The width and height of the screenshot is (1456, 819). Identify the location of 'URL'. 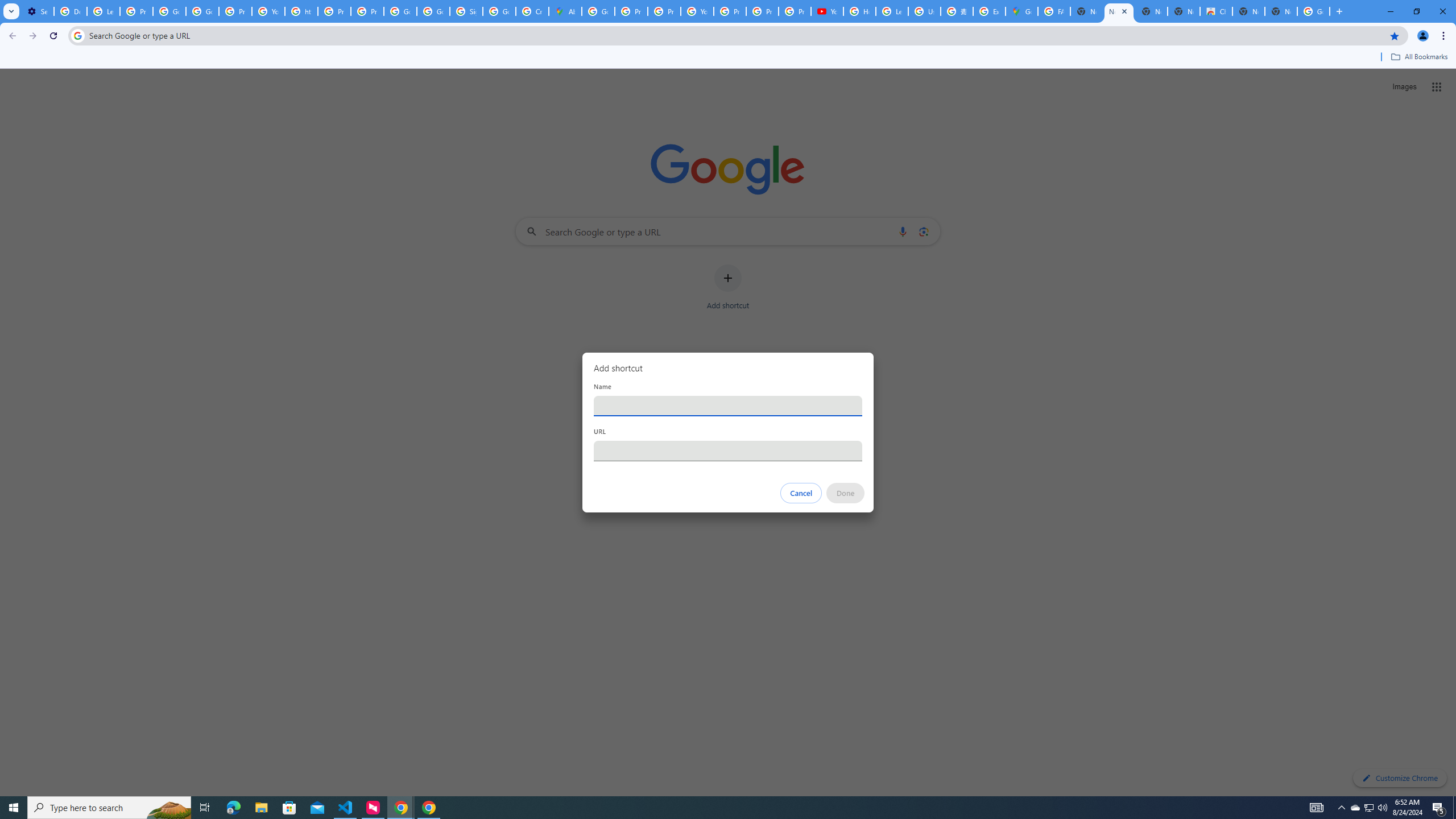
(728, 450).